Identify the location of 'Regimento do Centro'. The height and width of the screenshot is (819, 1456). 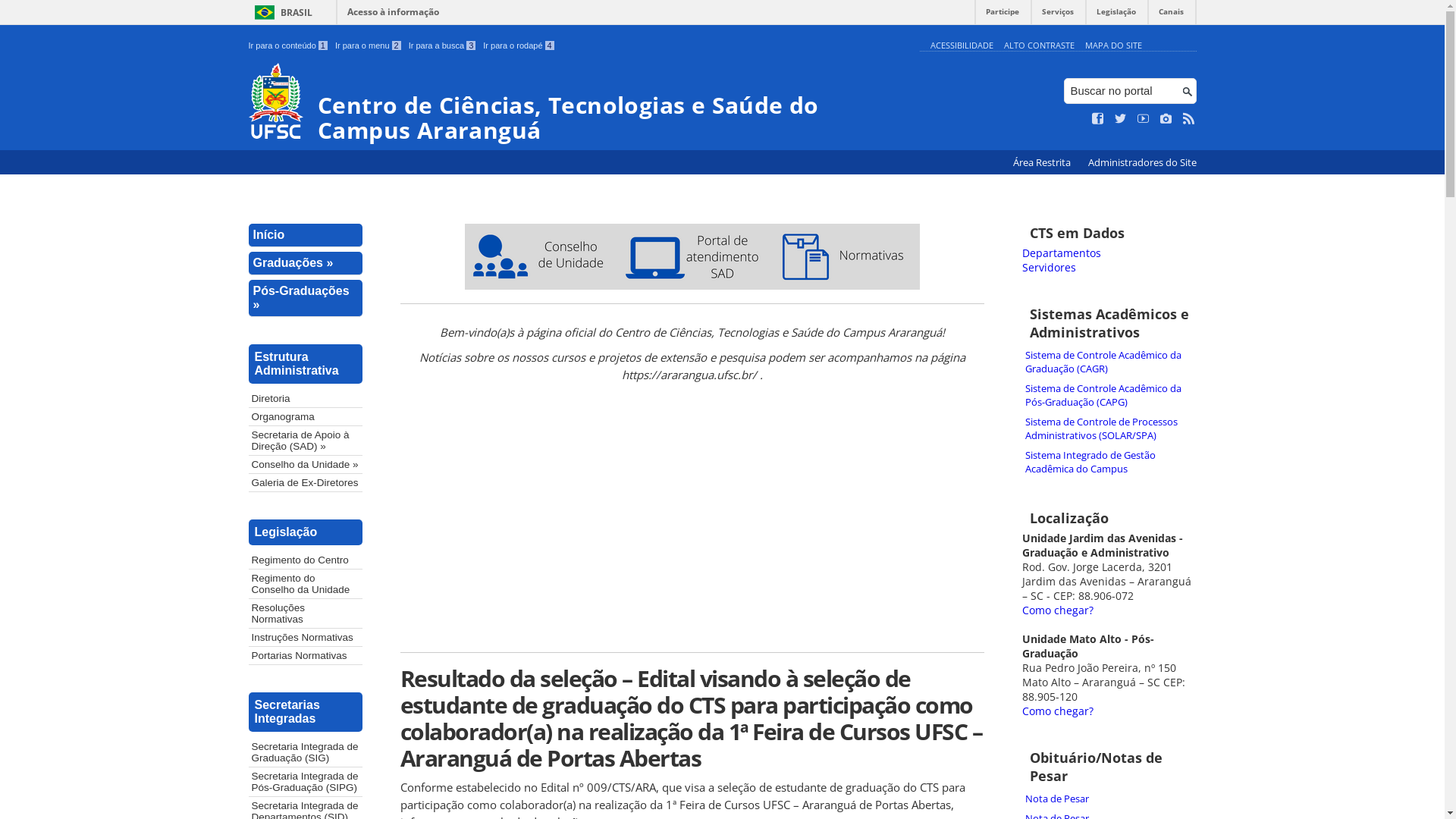
(305, 560).